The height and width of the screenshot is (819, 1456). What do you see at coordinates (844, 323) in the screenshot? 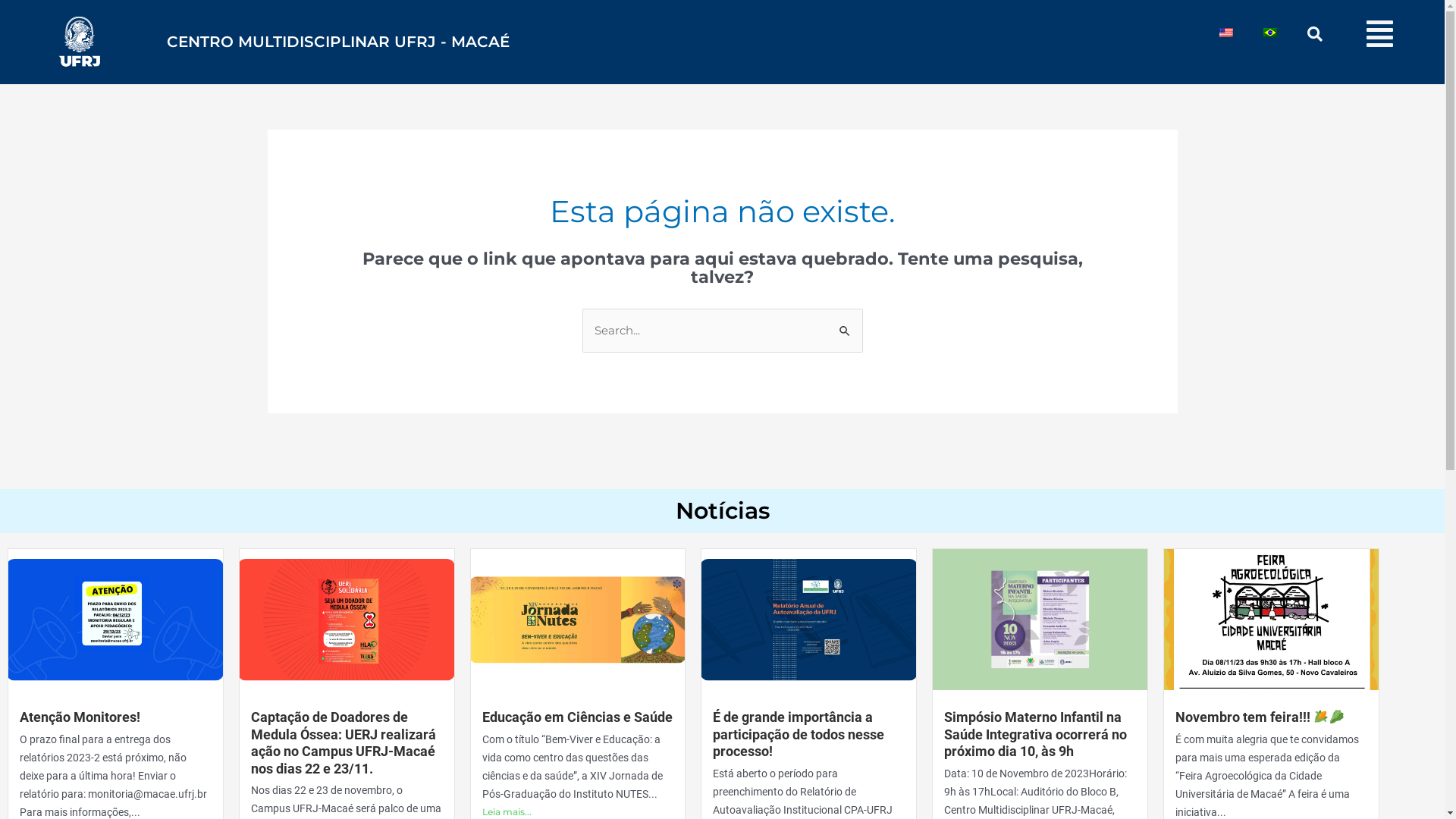
I see `'Pesquisar'` at bounding box center [844, 323].